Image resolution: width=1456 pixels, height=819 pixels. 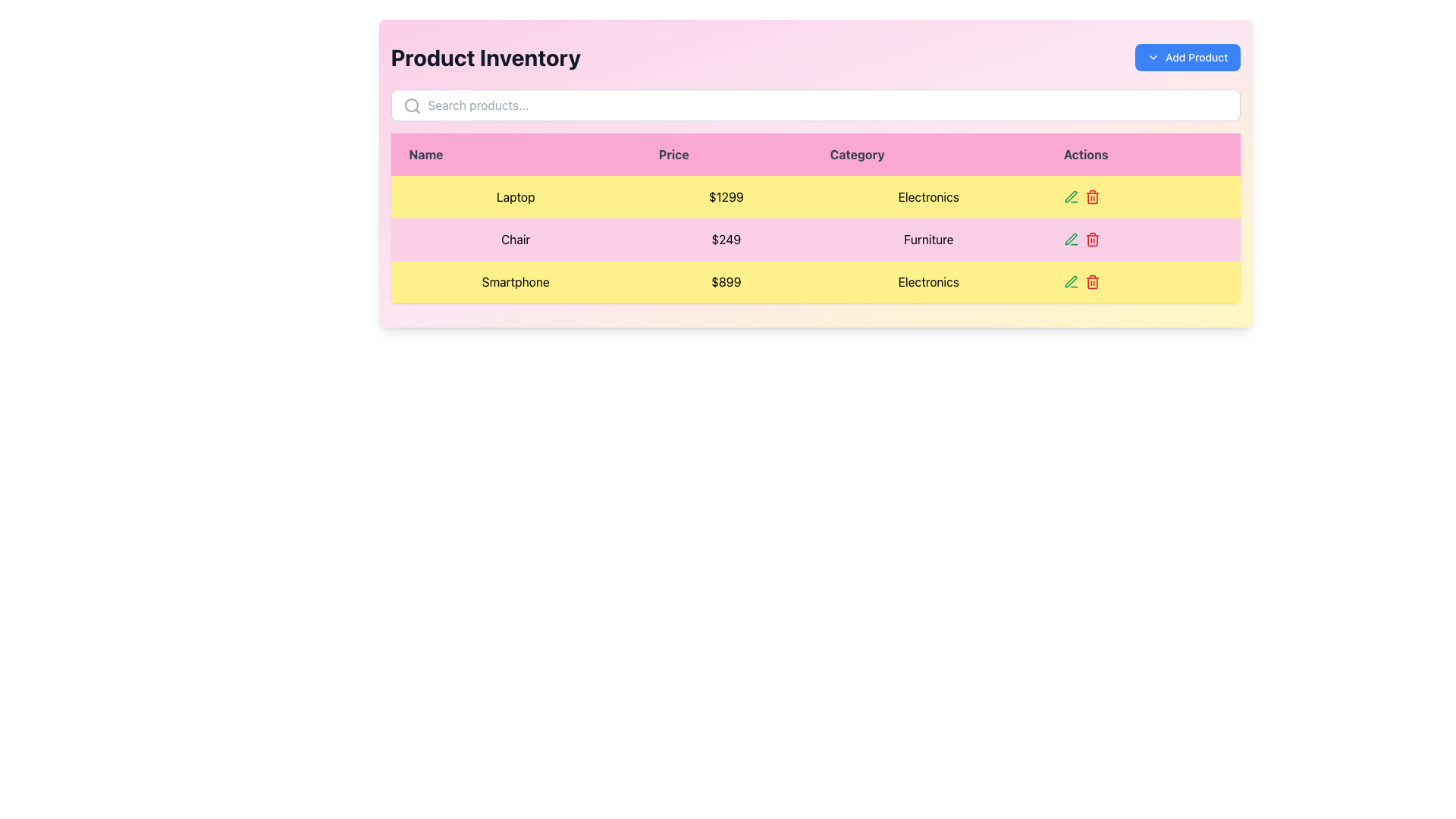 What do you see at coordinates (412, 105) in the screenshot?
I see `the circular search icon with a magnifying glass symbol located on the left side of the search input field, which is positioned immediately to the left of the input text placeholder 'Search products...'` at bounding box center [412, 105].